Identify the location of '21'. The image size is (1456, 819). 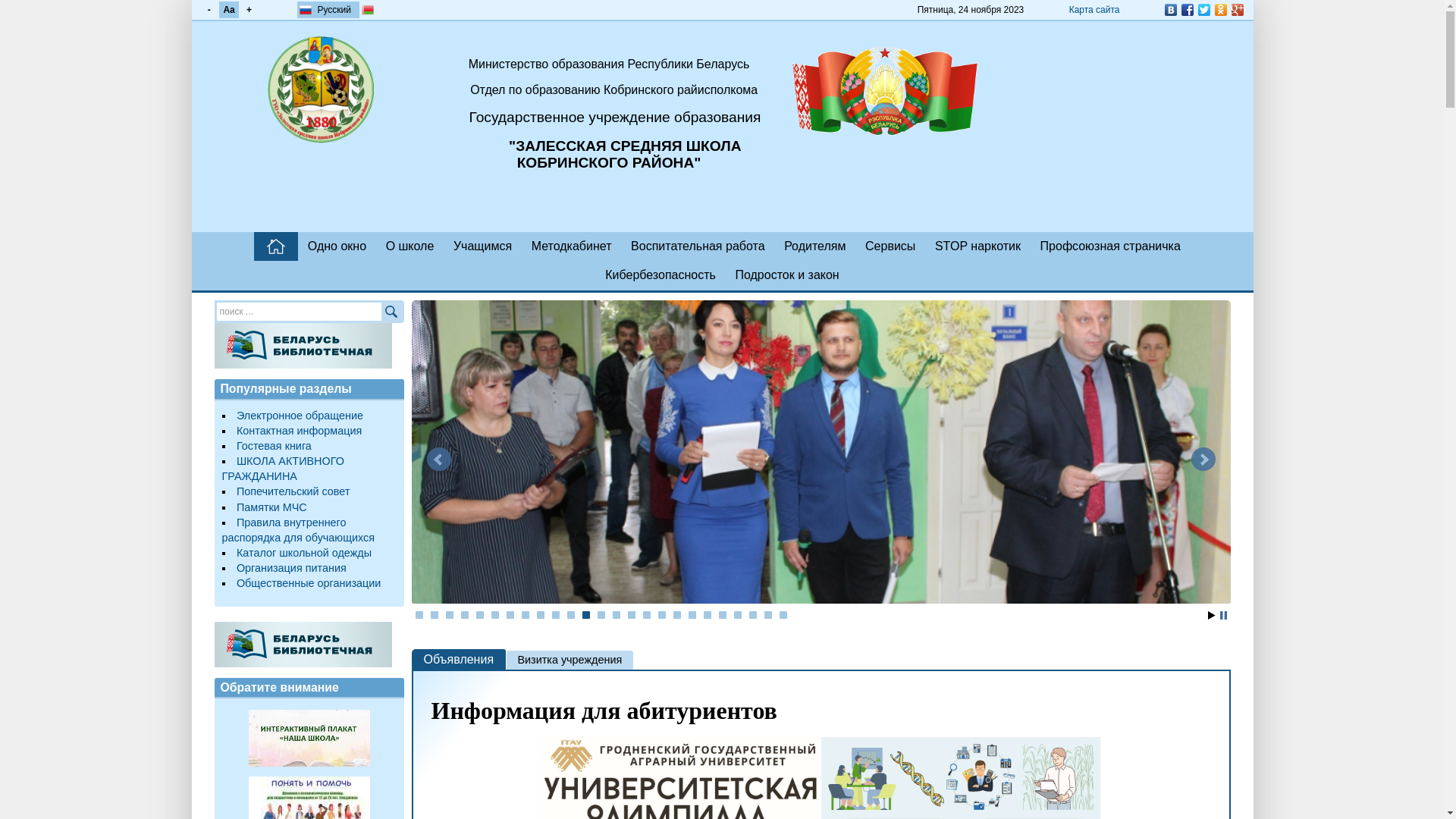
(722, 614).